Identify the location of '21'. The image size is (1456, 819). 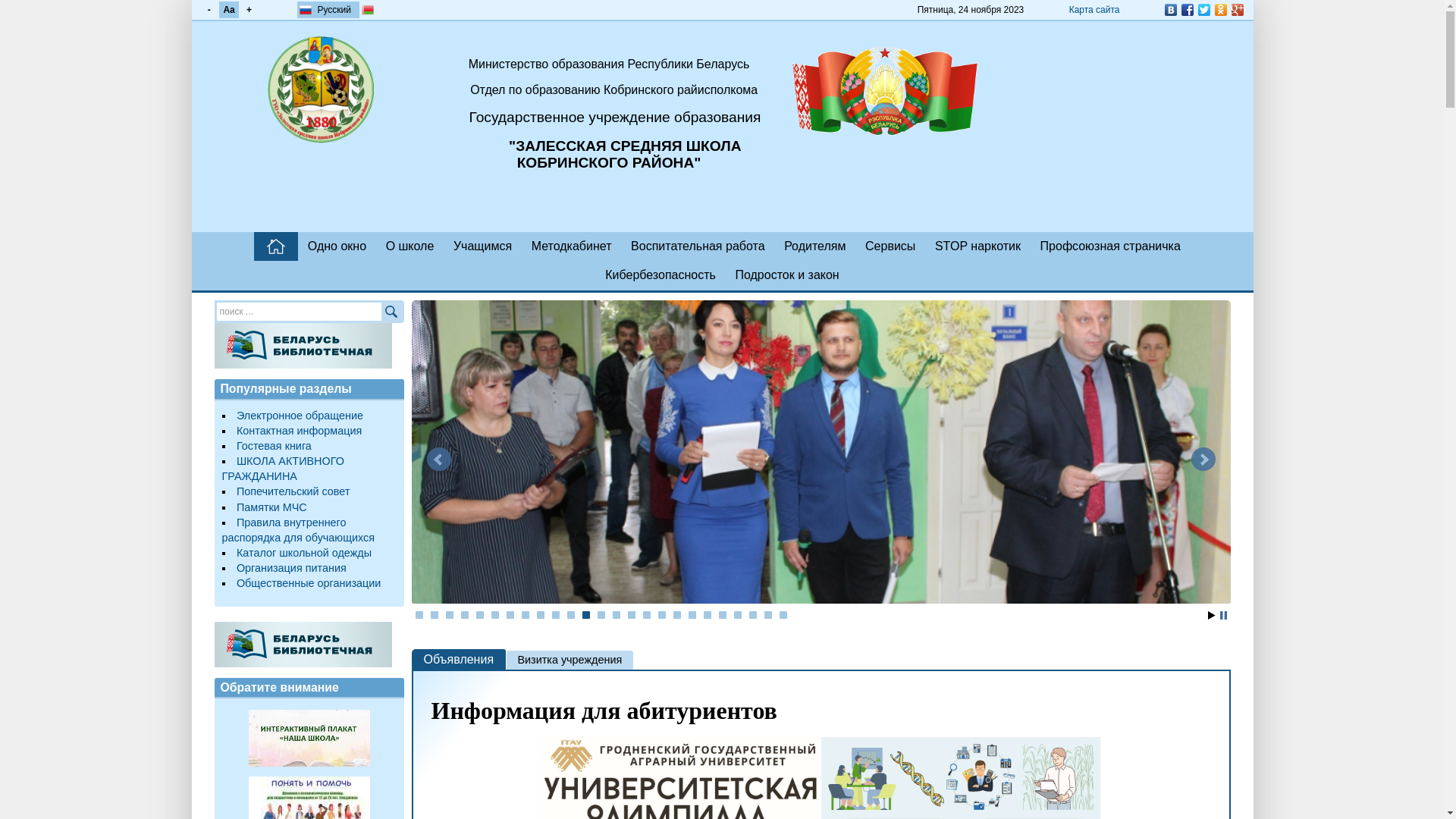
(722, 614).